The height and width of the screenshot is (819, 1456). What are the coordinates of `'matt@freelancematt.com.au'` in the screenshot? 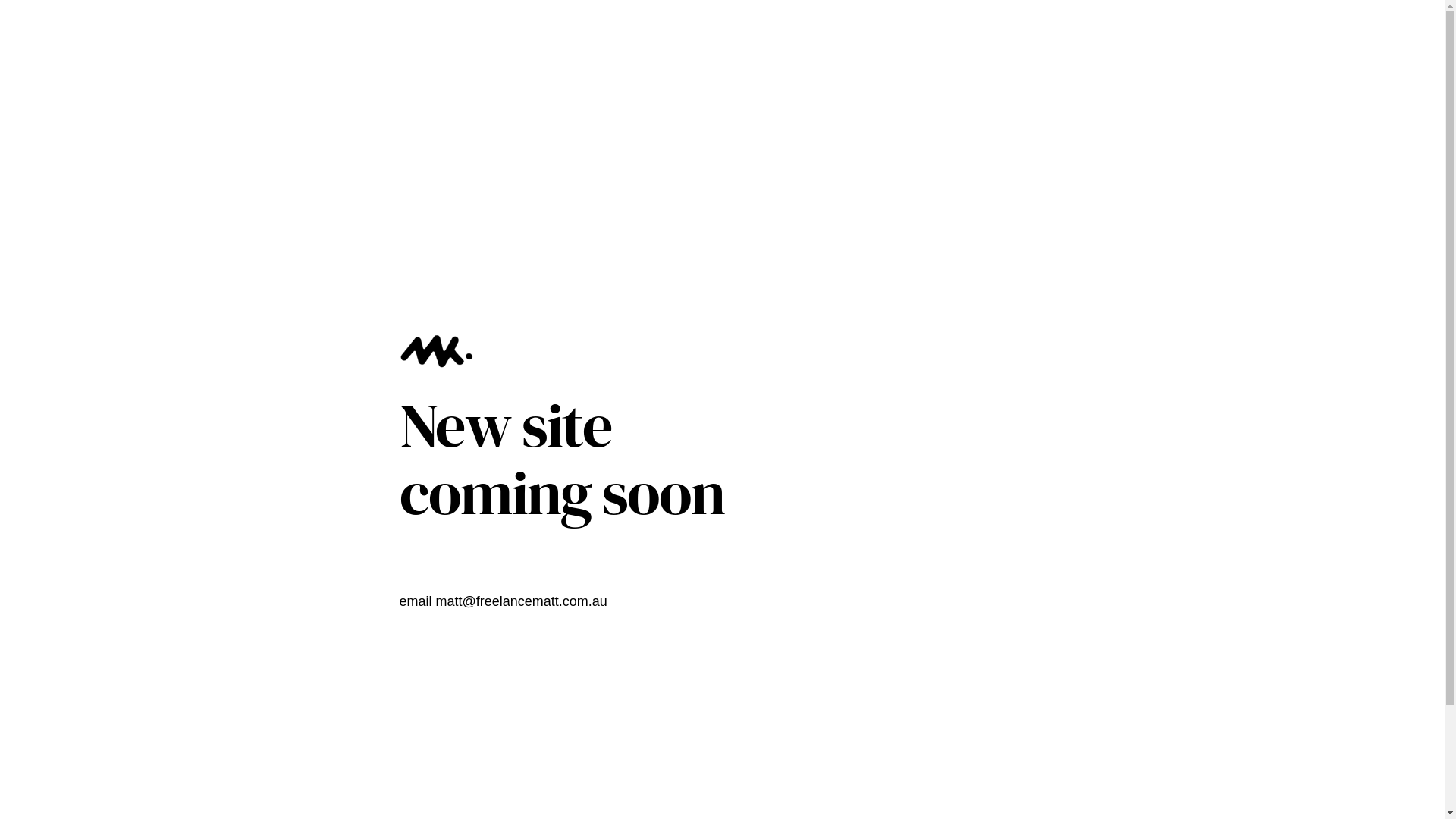 It's located at (521, 601).